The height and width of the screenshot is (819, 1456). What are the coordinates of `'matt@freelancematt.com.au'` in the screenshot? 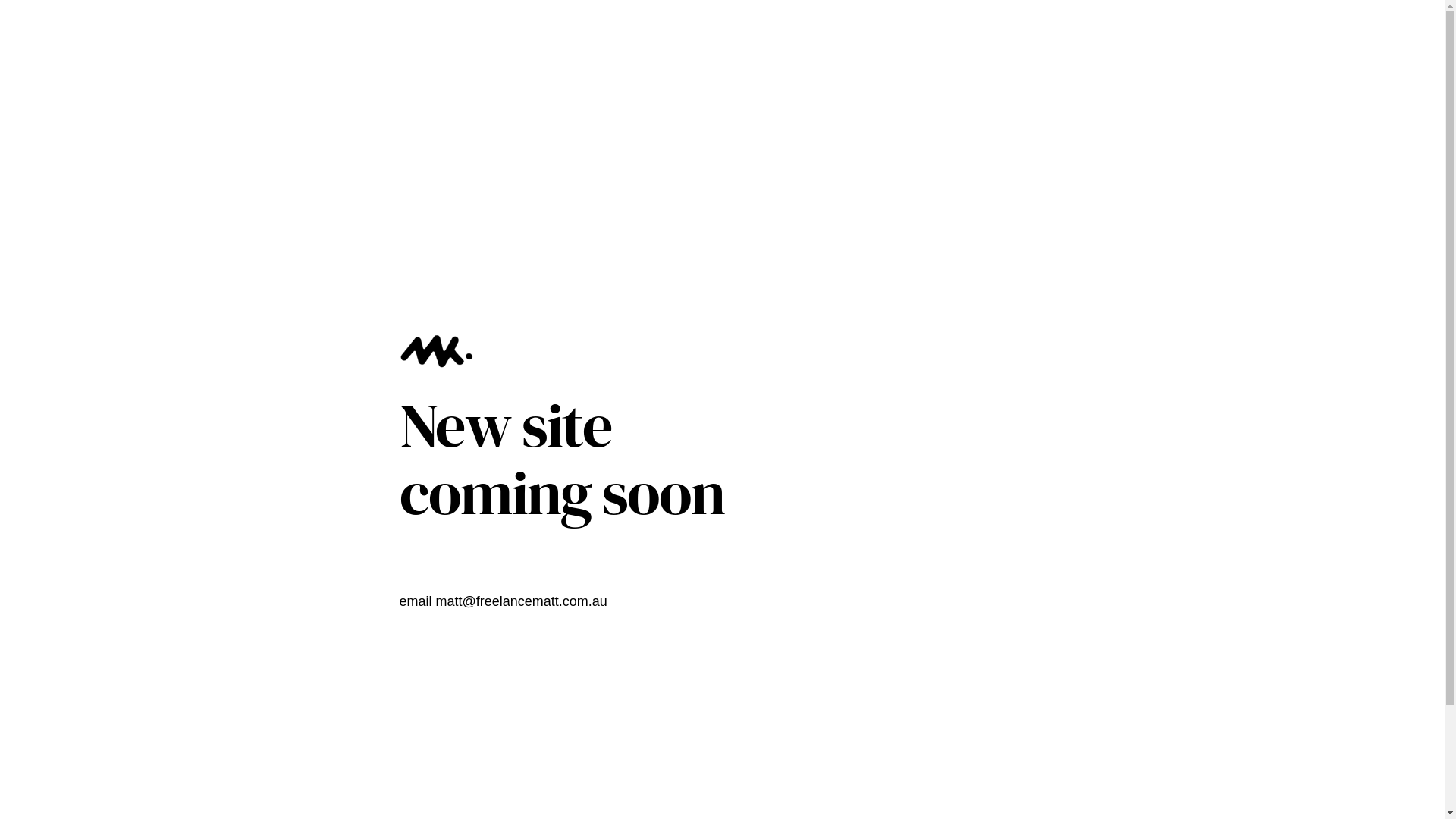 It's located at (521, 601).